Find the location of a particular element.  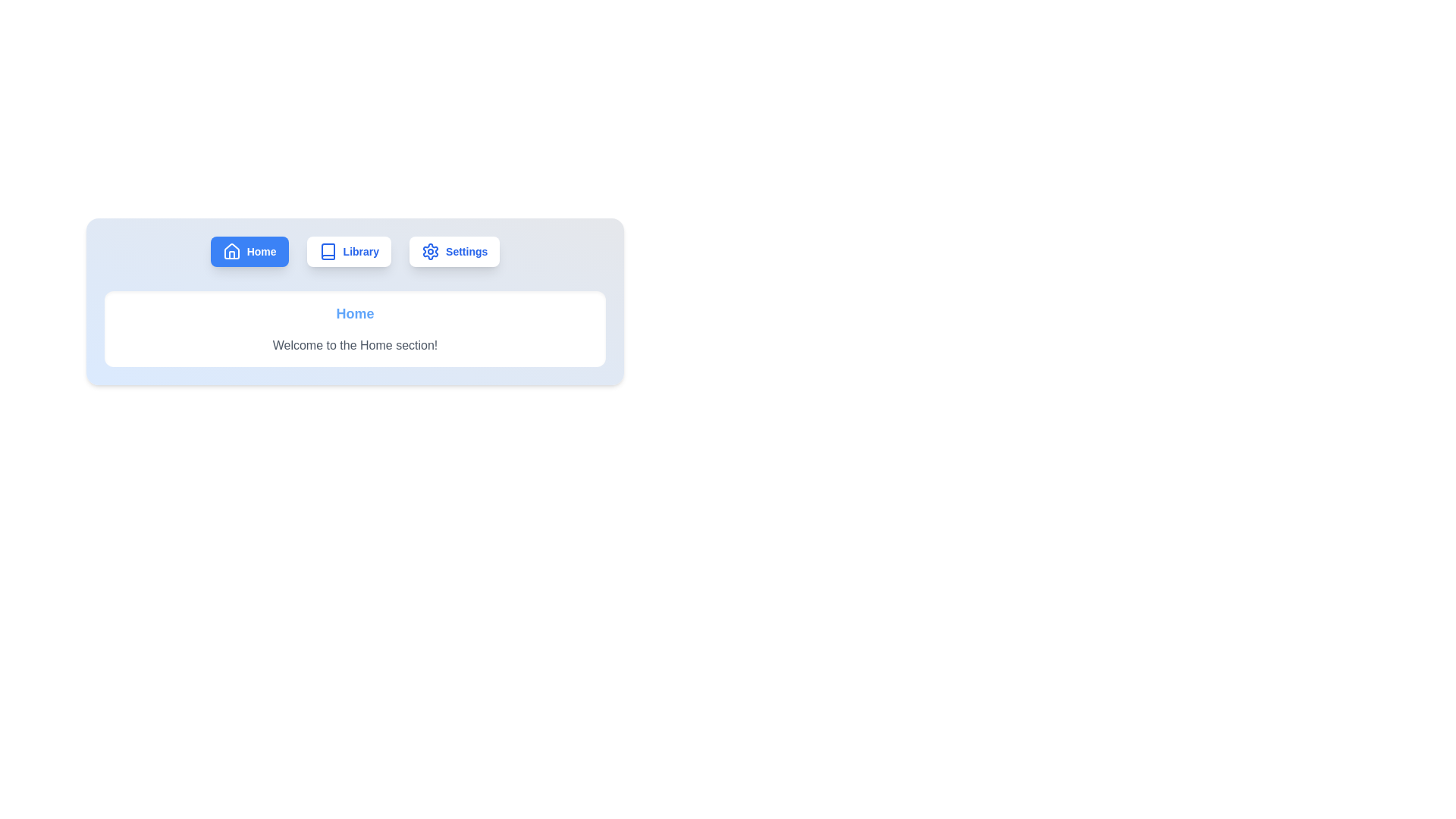

the Home tab is located at coordinates (249, 250).